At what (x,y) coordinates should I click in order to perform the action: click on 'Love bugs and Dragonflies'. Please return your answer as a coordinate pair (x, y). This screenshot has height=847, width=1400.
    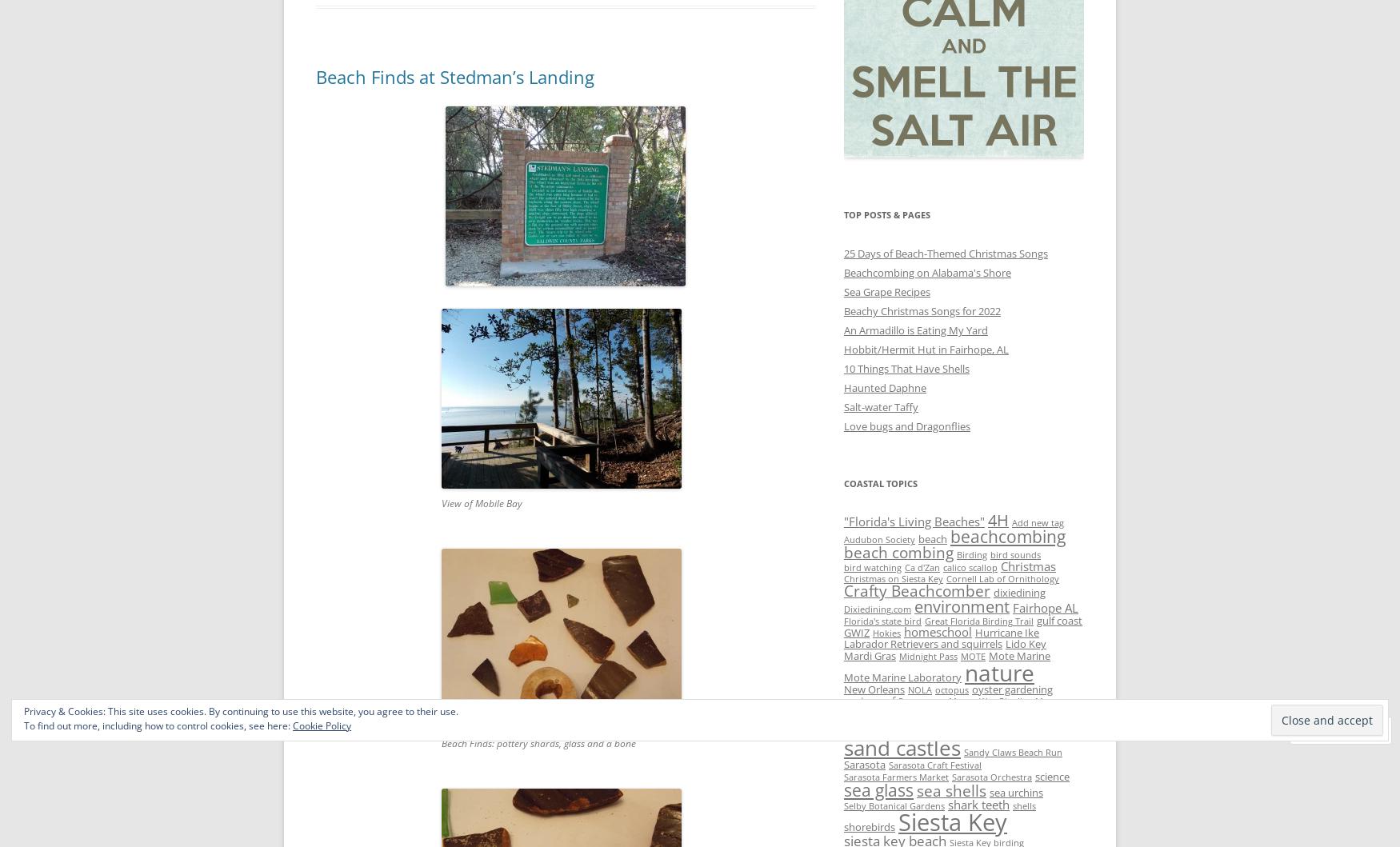
    Looking at the image, I should click on (906, 425).